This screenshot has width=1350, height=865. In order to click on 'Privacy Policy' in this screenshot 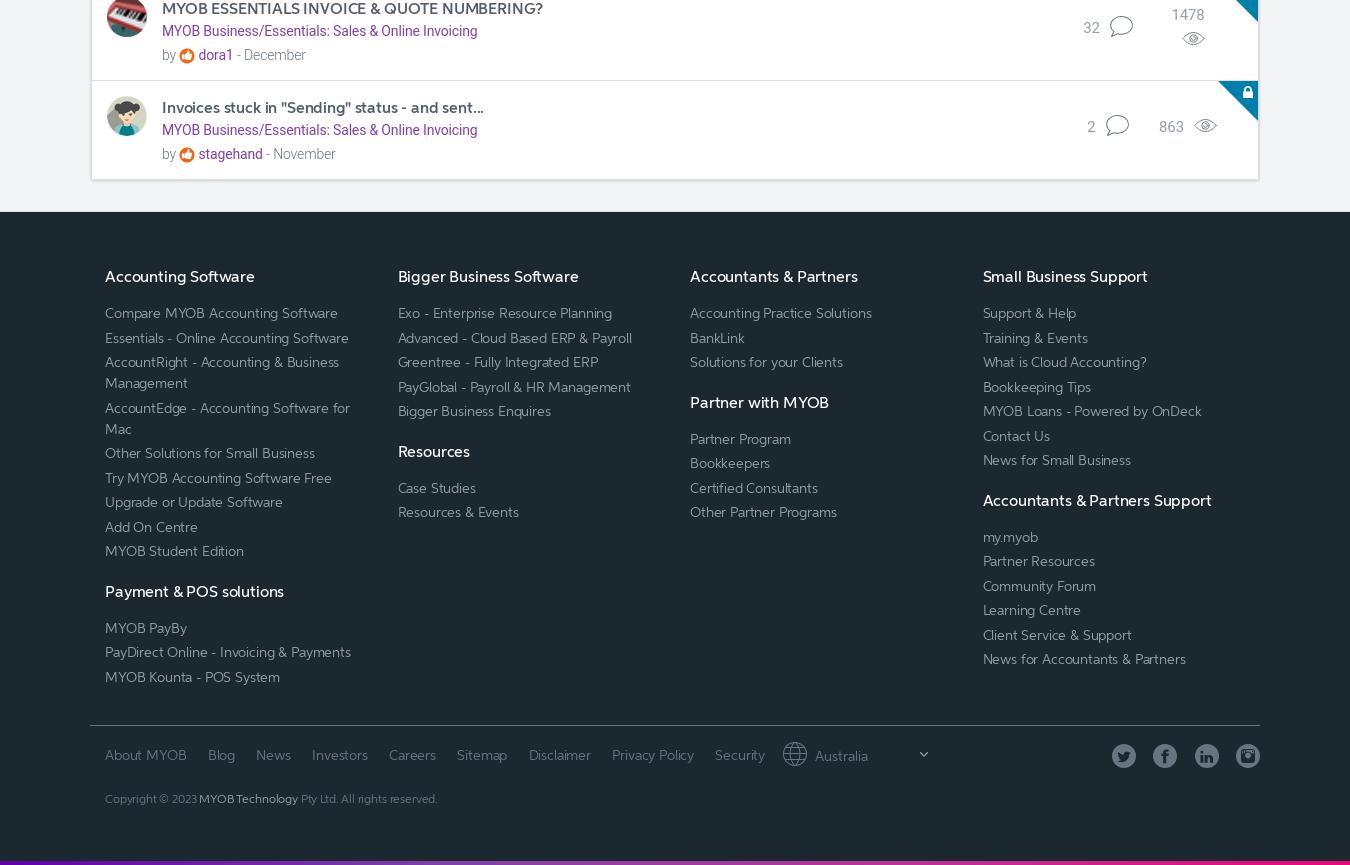, I will do `click(652, 752)`.